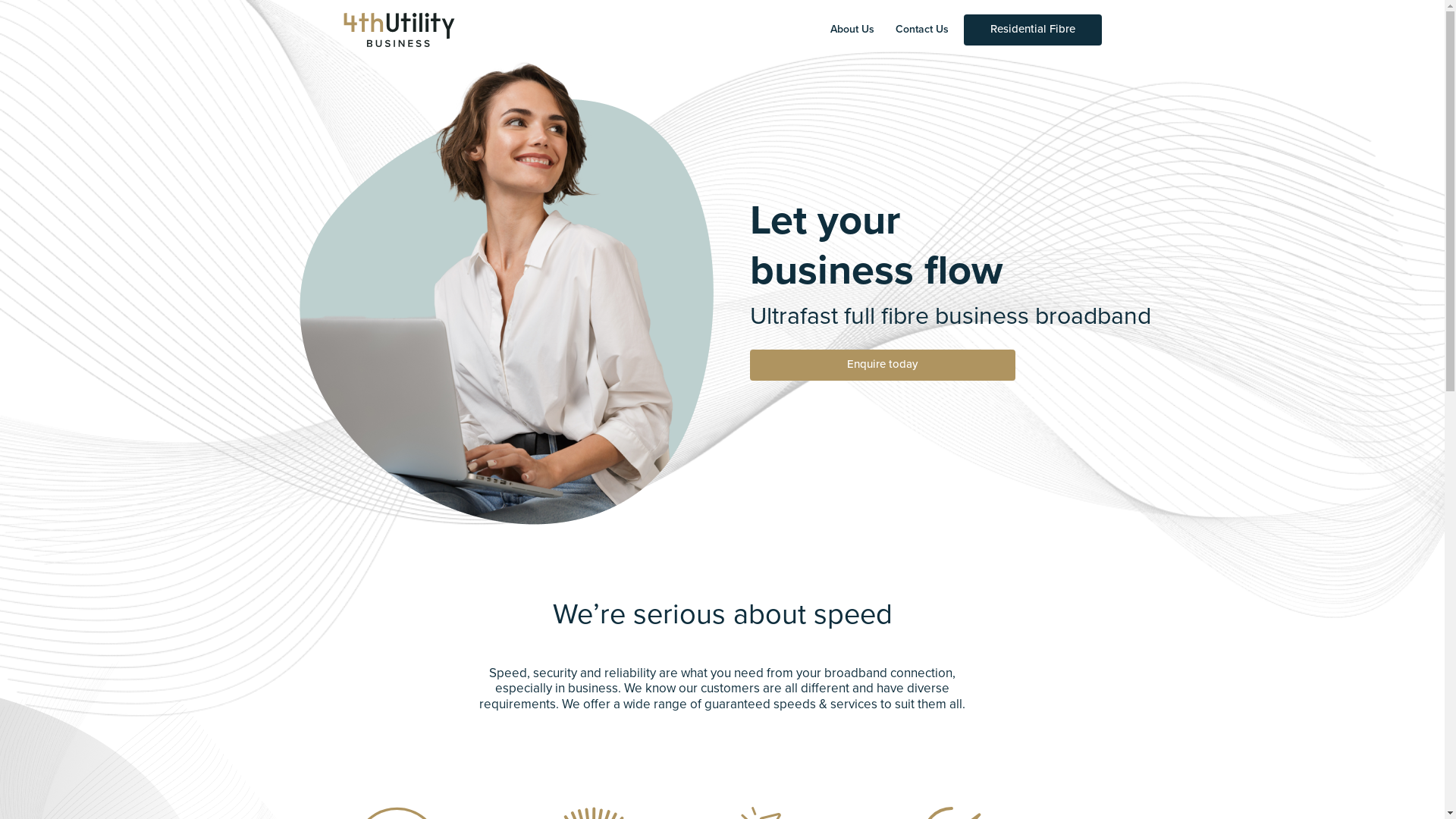 The height and width of the screenshot is (819, 1456). What do you see at coordinates (852, 30) in the screenshot?
I see `'About Us'` at bounding box center [852, 30].